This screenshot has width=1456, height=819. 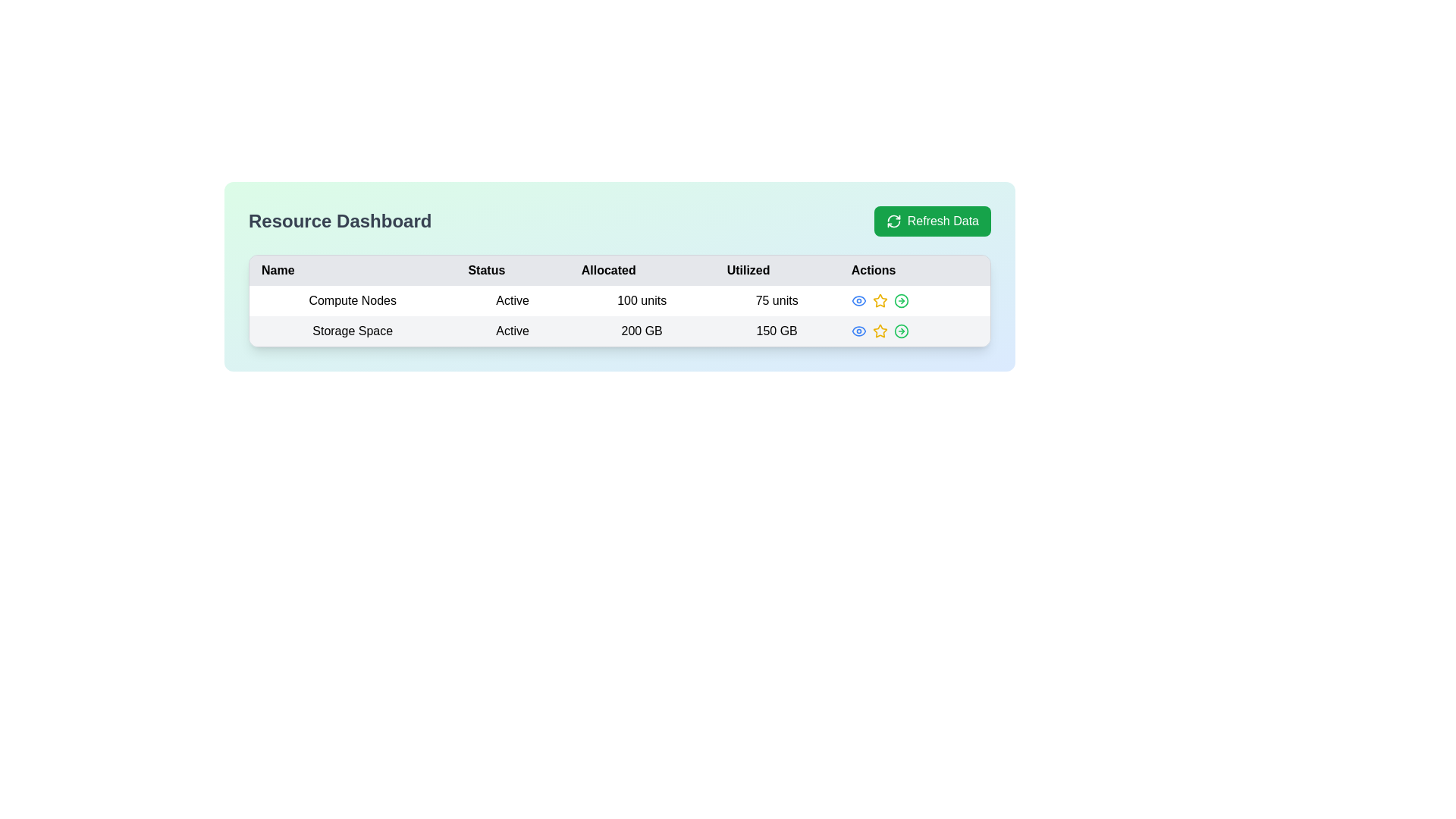 I want to click on the first row in the table displaying resource information, which includes 'Compute Nodes', 'Active', '100 units', '75 units', and action icons, so click(x=620, y=301).